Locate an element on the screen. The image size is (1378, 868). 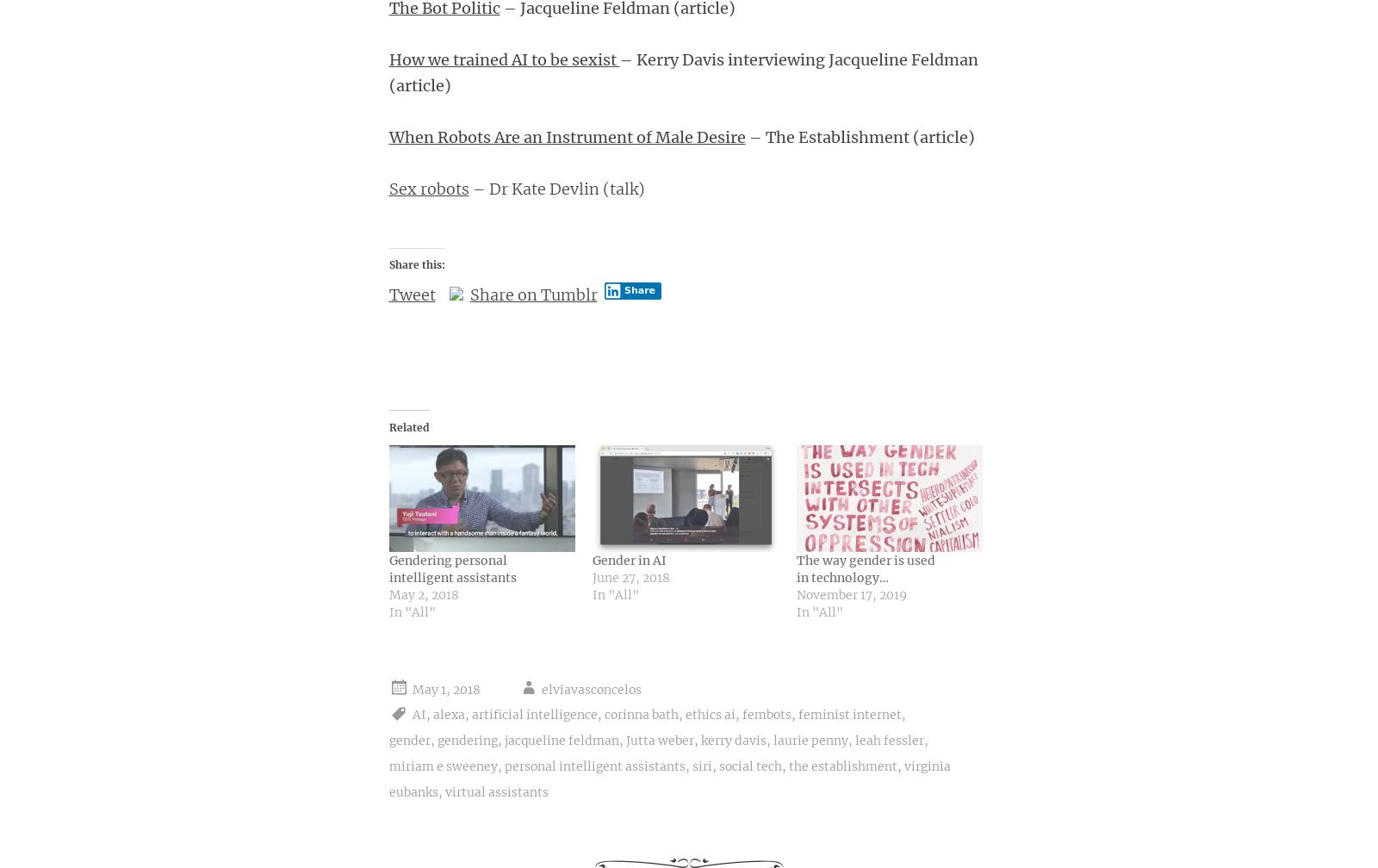
'Share this:' is located at coordinates (415, 264).